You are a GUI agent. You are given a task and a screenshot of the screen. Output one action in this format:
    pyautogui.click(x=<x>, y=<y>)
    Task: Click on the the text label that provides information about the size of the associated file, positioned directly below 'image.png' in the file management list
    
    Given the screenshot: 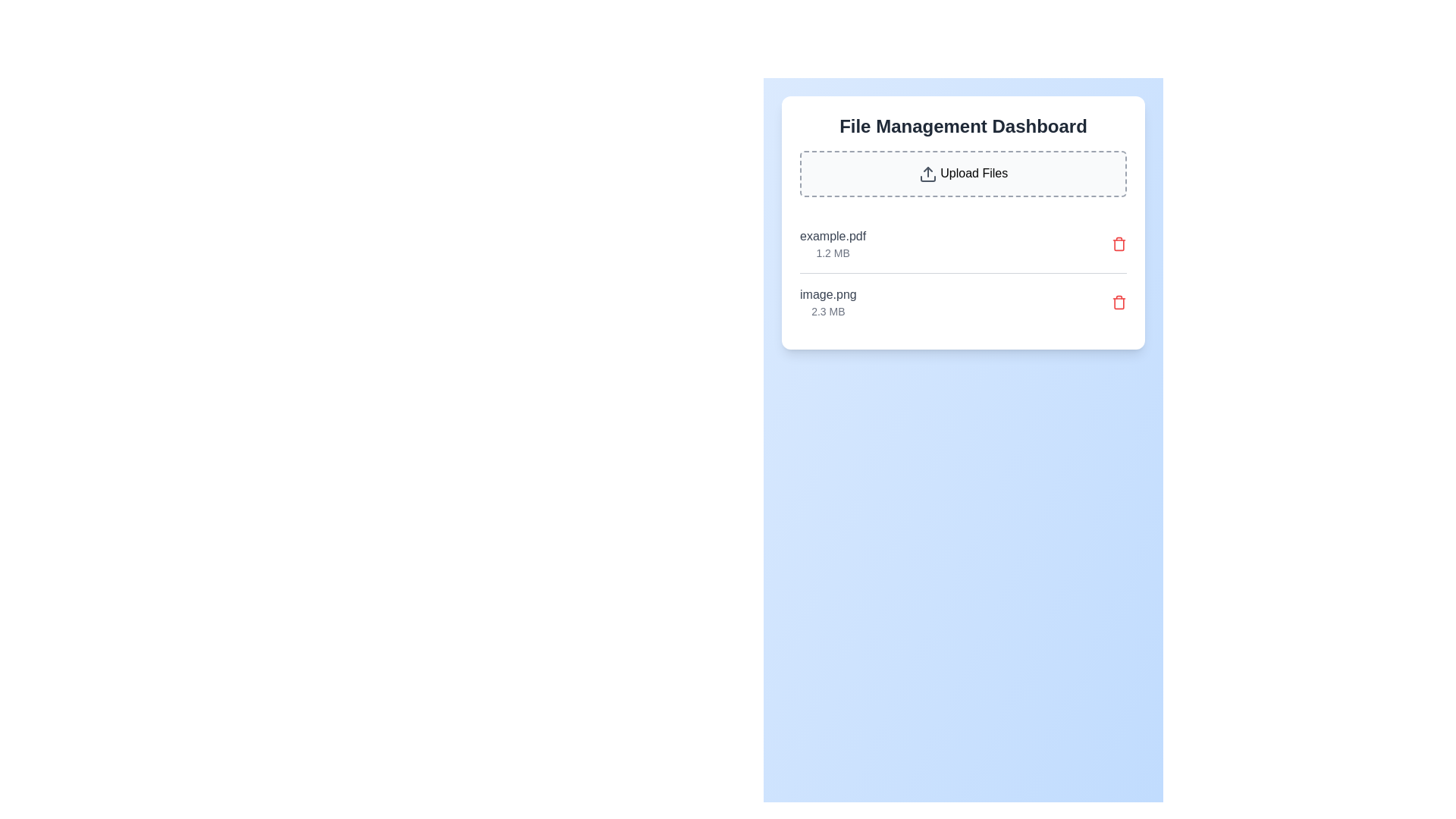 What is the action you would take?
    pyautogui.click(x=827, y=310)
    